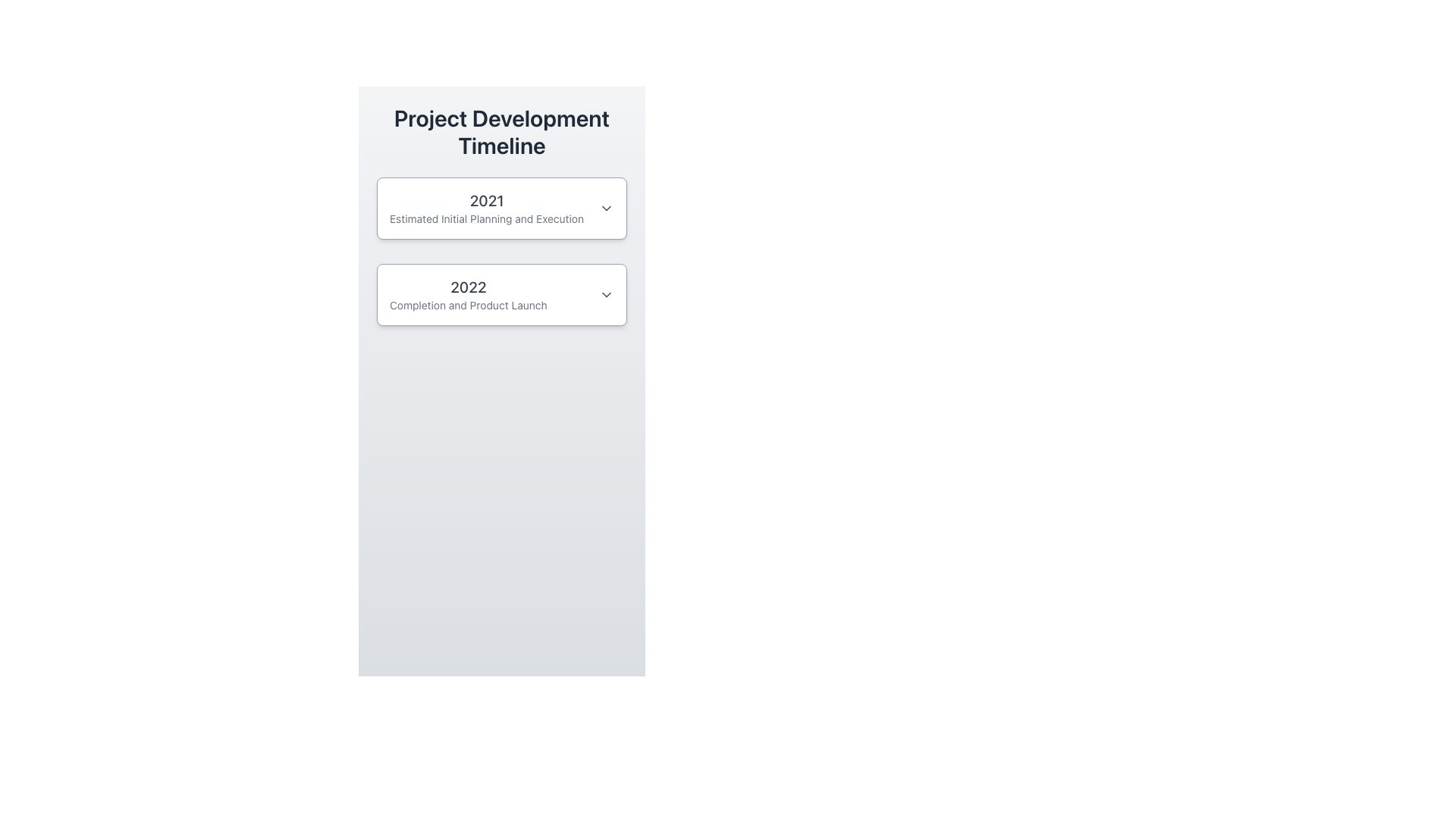 The image size is (1456, 819). Describe the element at coordinates (607, 295) in the screenshot. I see `the Dropdown Trigger Icon located at the rightmost side of the '2022 Completion and Product Launch' section` at that location.